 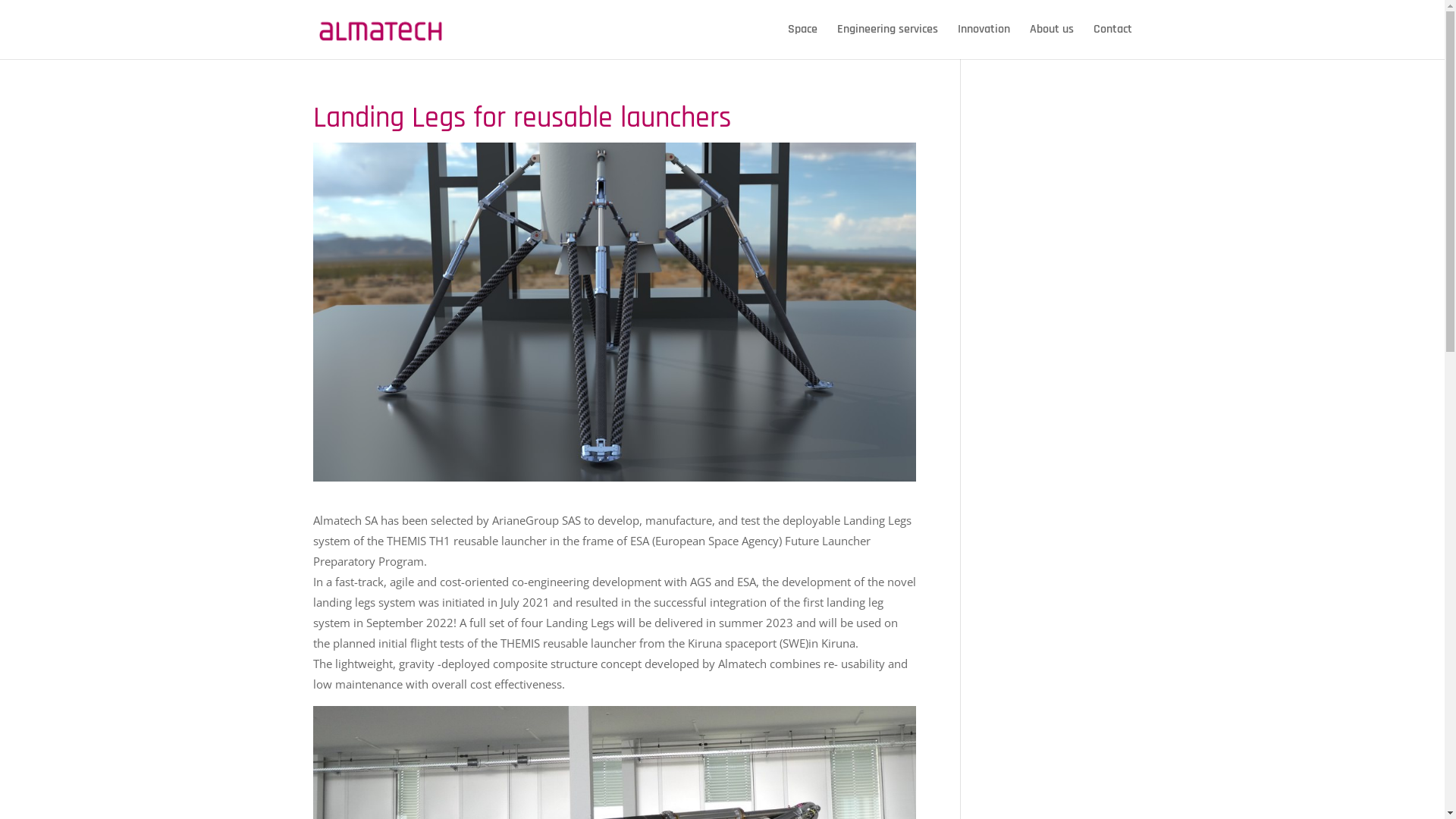 What do you see at coordinates (983, 40) in the screenshot?
I see `'Innovation'` at bounding box center [983, 40].